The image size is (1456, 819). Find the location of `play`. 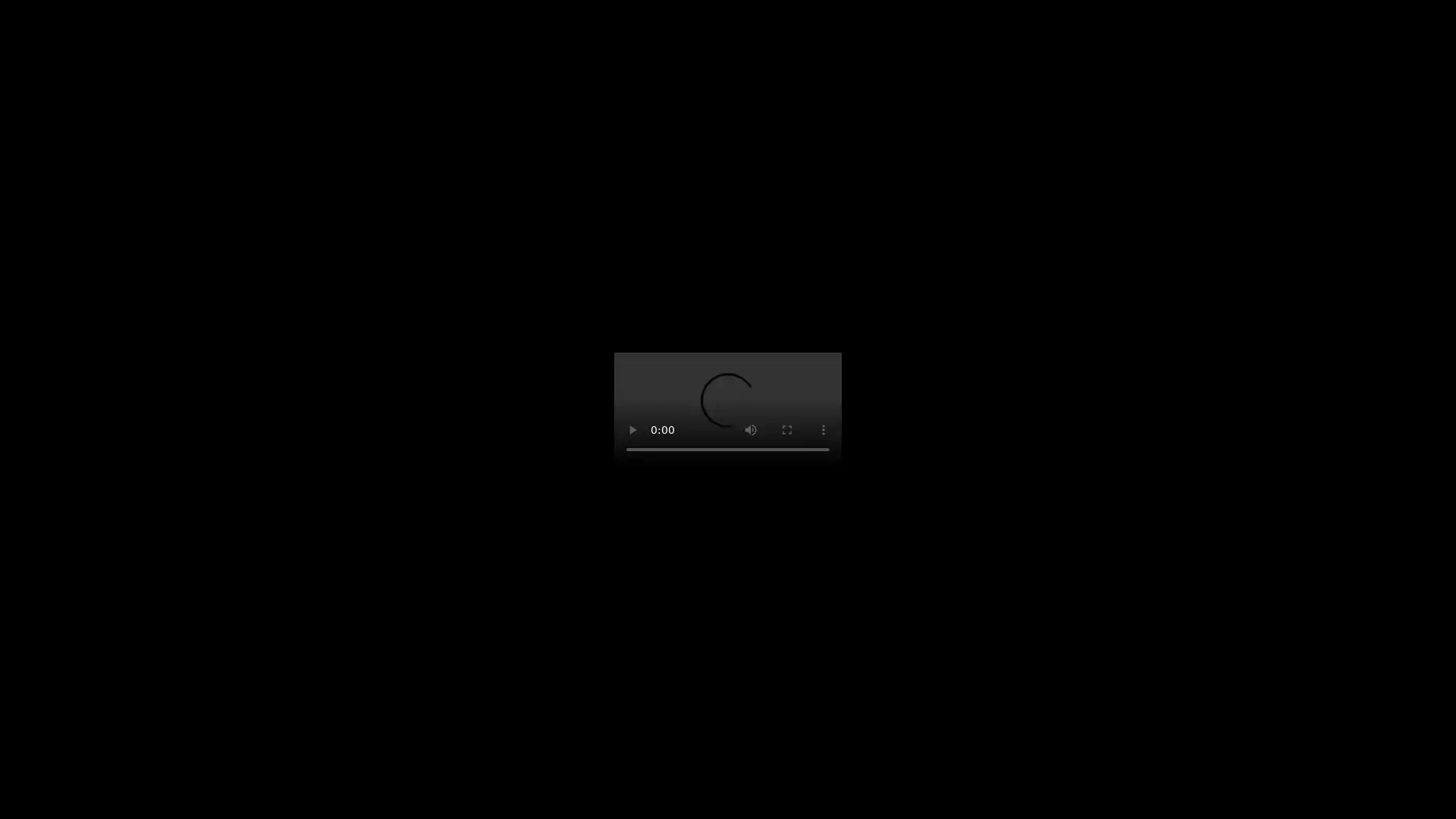

play is located at coordinates (632, 430).